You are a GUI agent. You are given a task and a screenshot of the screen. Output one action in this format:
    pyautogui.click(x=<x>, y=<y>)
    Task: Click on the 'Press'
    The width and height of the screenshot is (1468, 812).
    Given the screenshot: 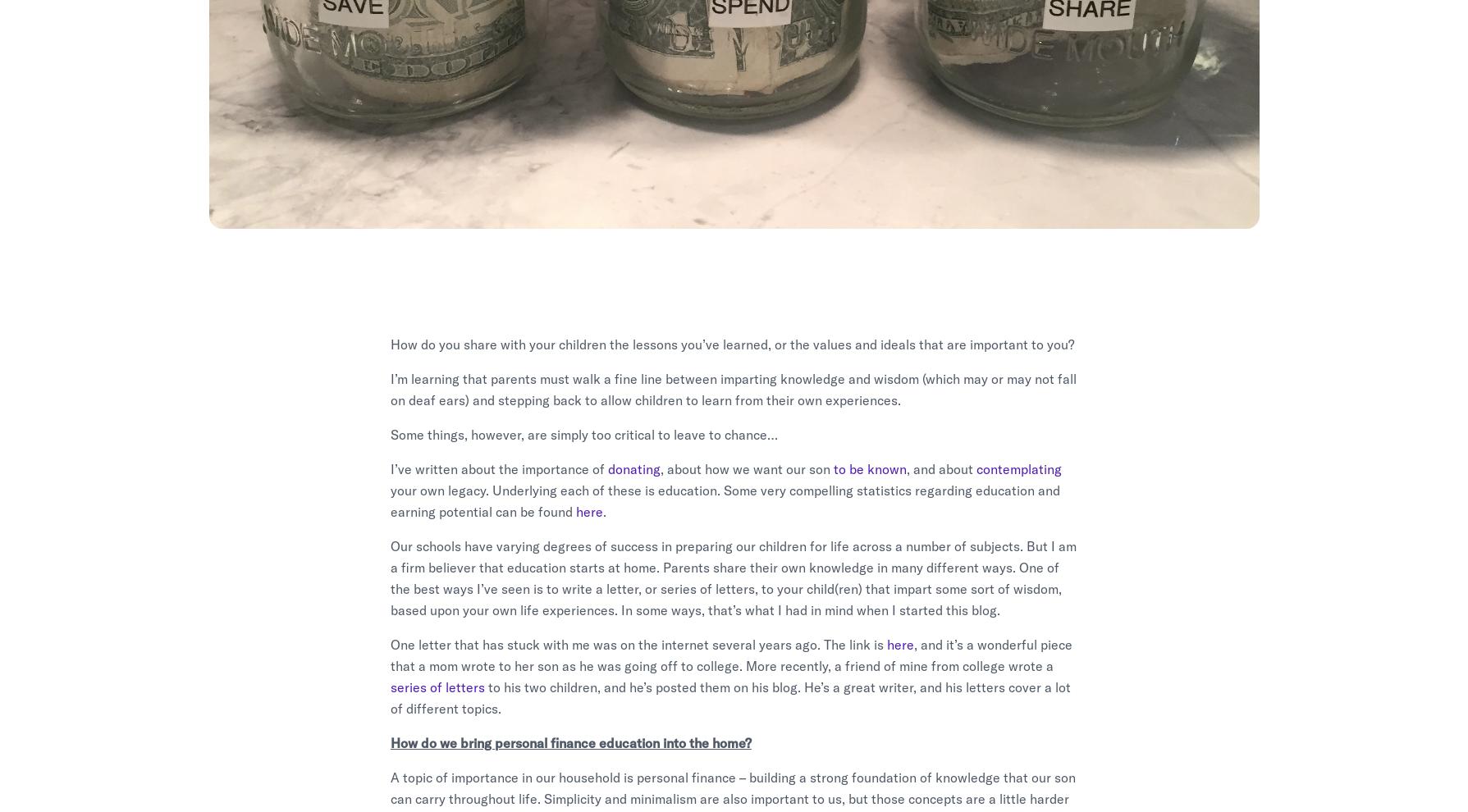 What is the action you would take?
    pyautogui.click(x=944, y=591)
    